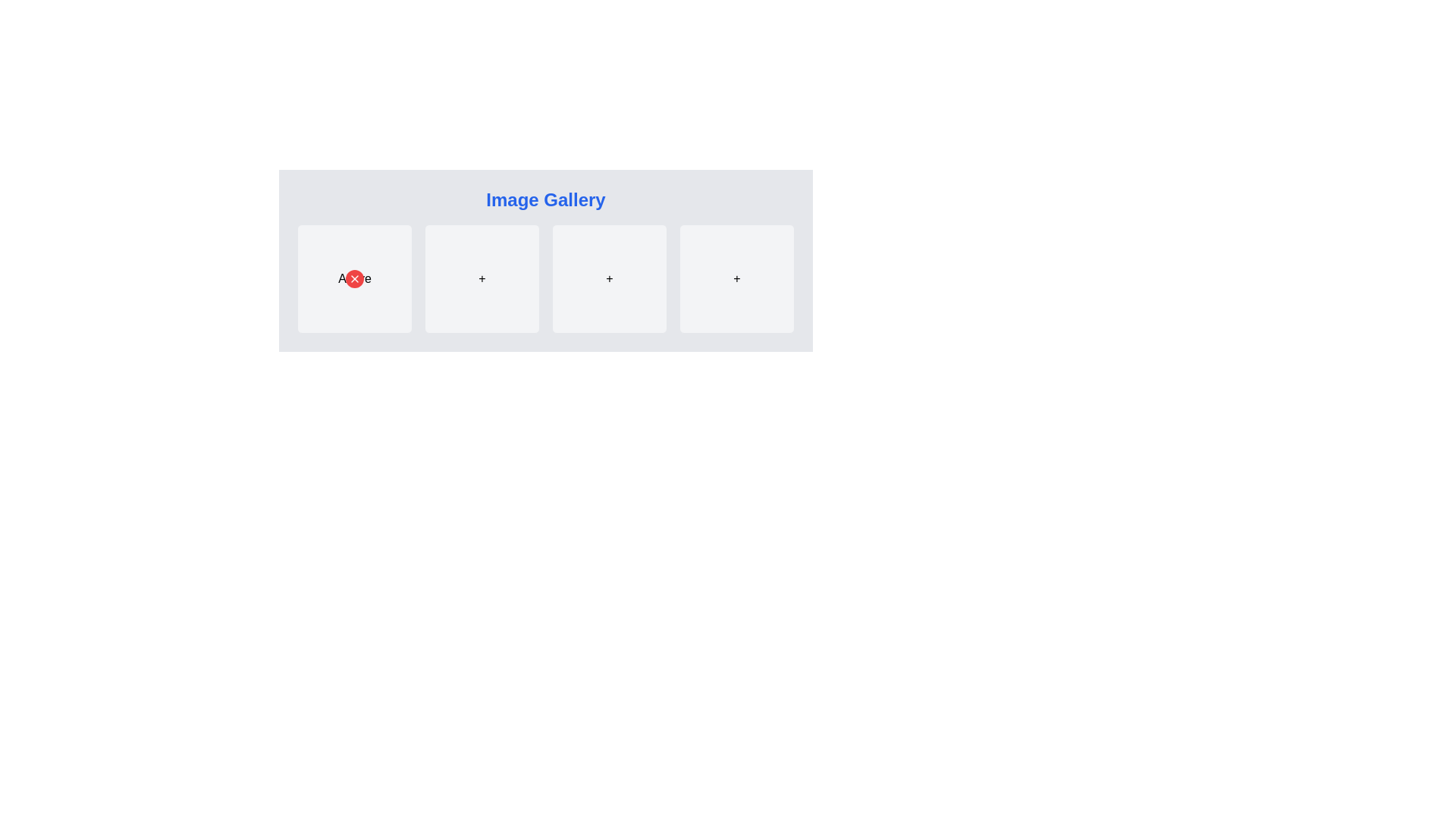 This screenshot has height=819, width=1456. I want to click on the '+' symbol in the Button-like placeholder for adding new content located in the 'Image Gallery', so click(610, 278).